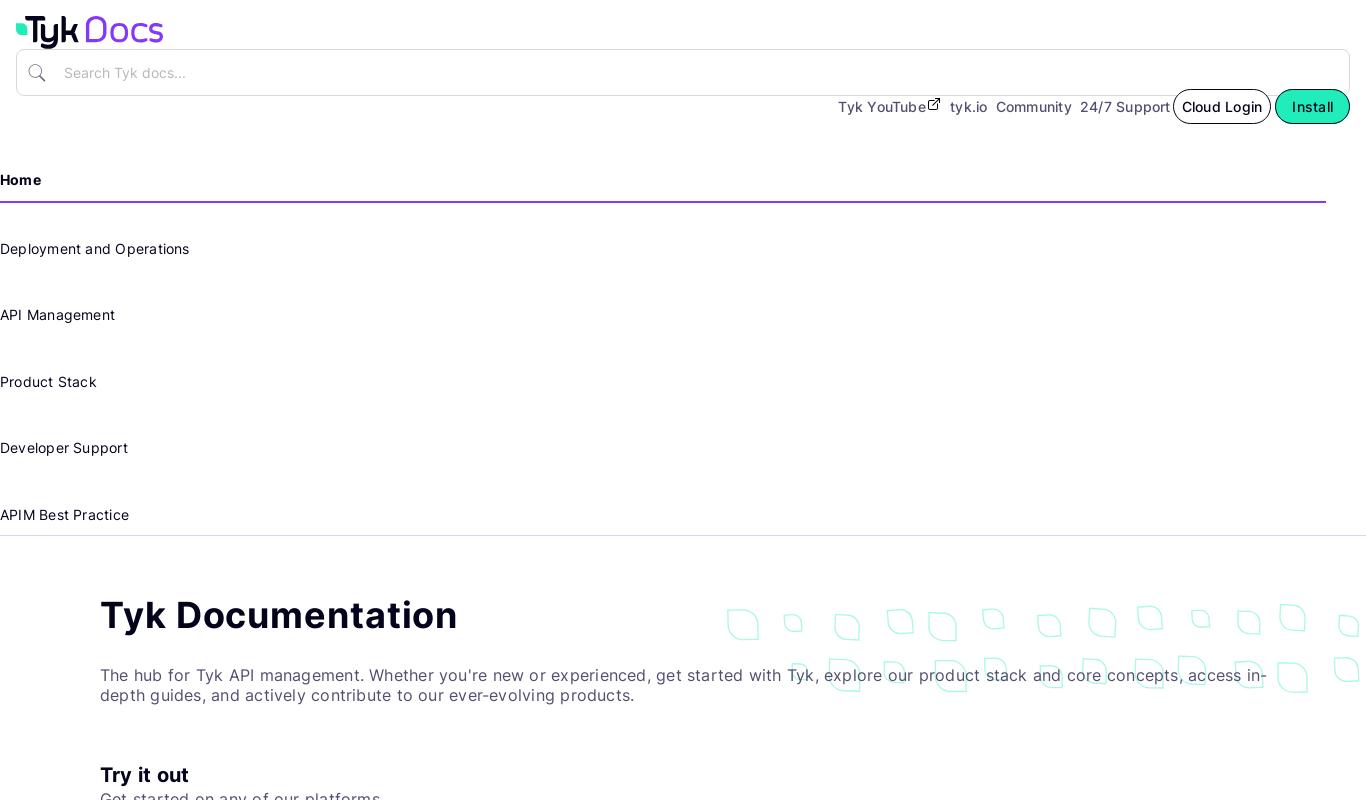 This screenshot has width=1366, height=800. What do you see at coordinates (968, 104) in the screenshot?
I see `'tyk.io'` at bounding box center [968, 104].